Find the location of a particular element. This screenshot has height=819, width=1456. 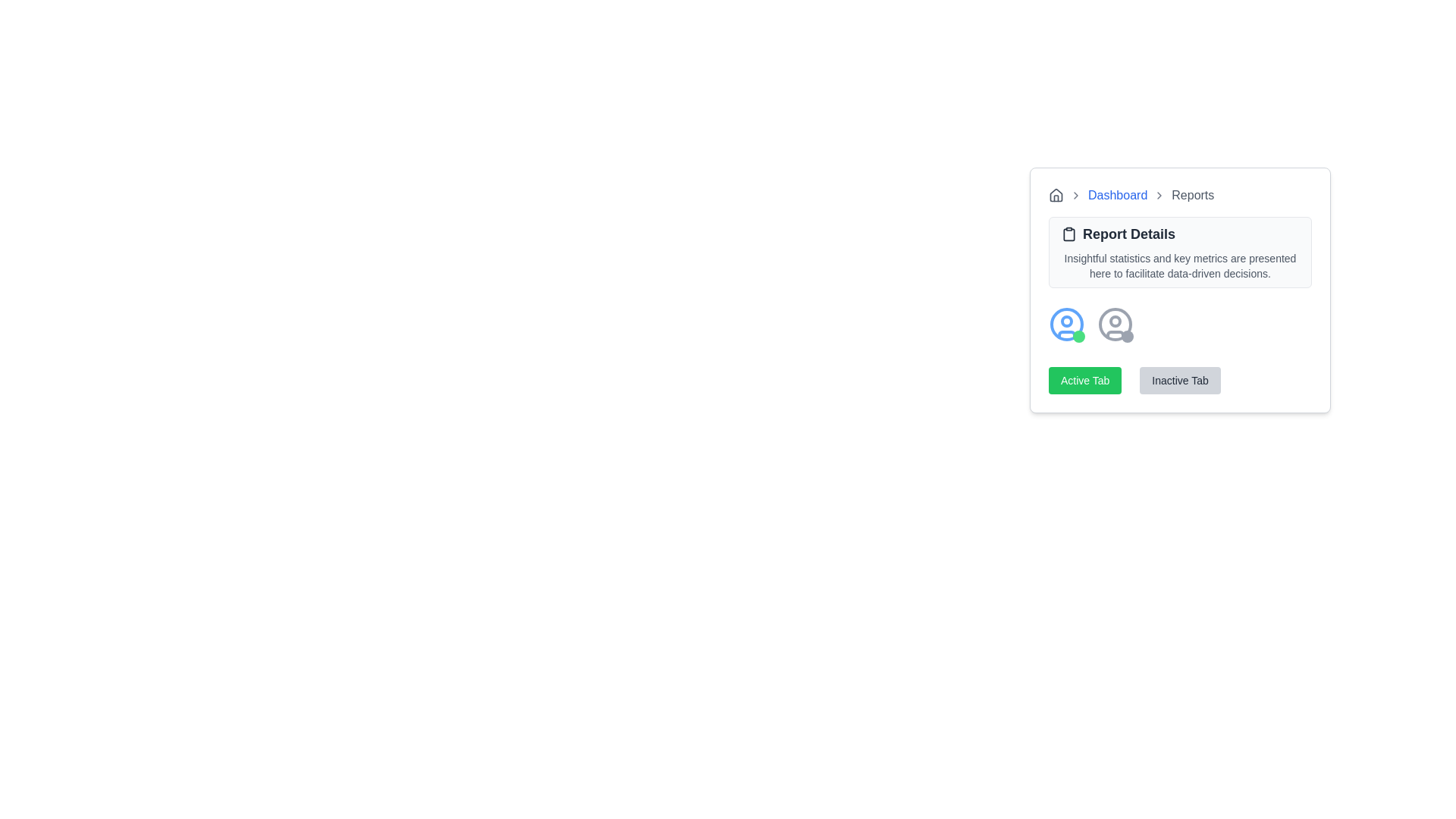

the 'Reports' breadcrumb link in the navigation component at the top of the card, which is styled in gray and positioned after the 'Dashboard' link is located at coordinates (1179, 195).